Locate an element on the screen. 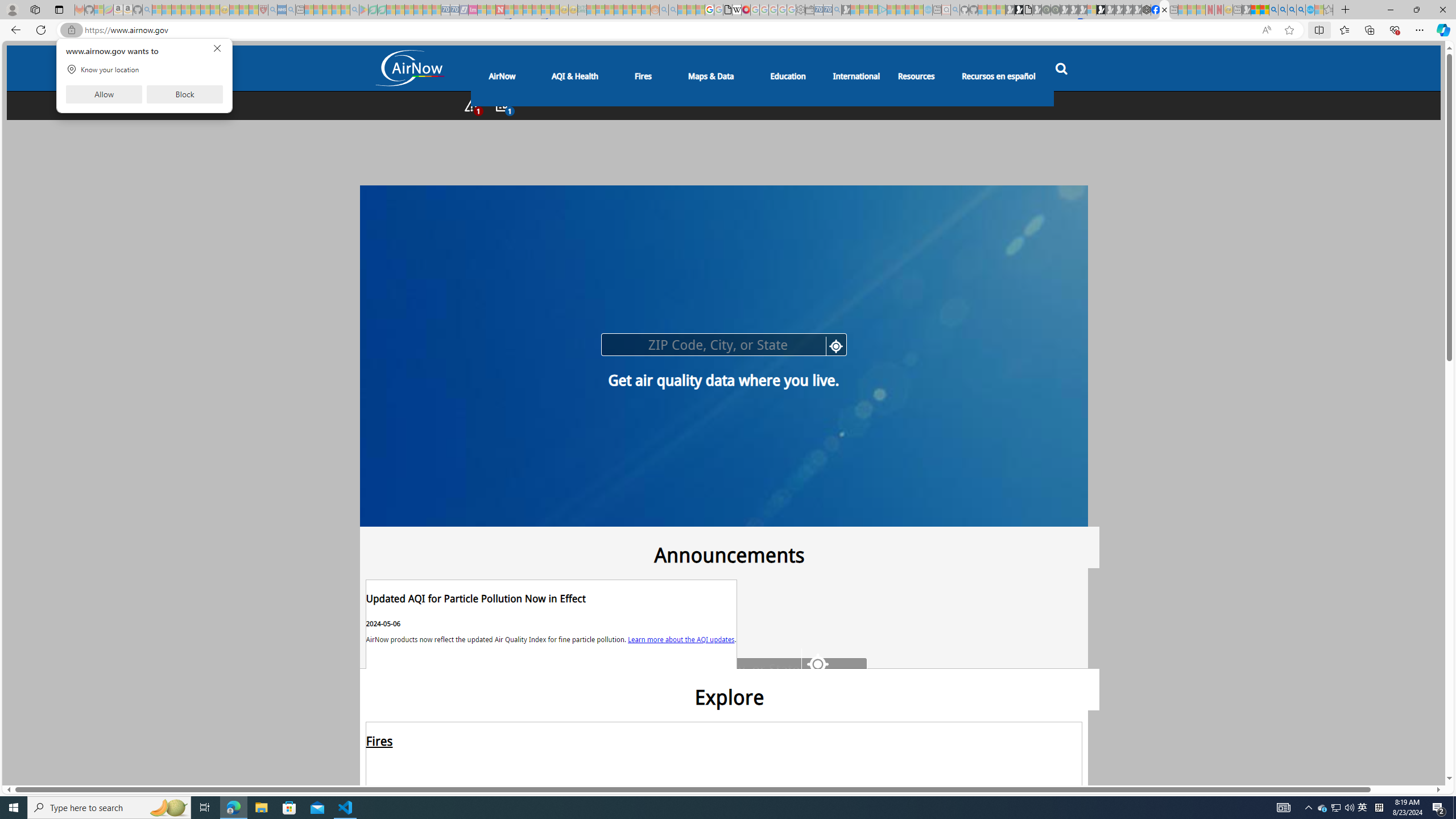  'Services - Maintenance | Sky Blue Bikes - Sky Blue Bikes' is located at coordinates (1309, 9).